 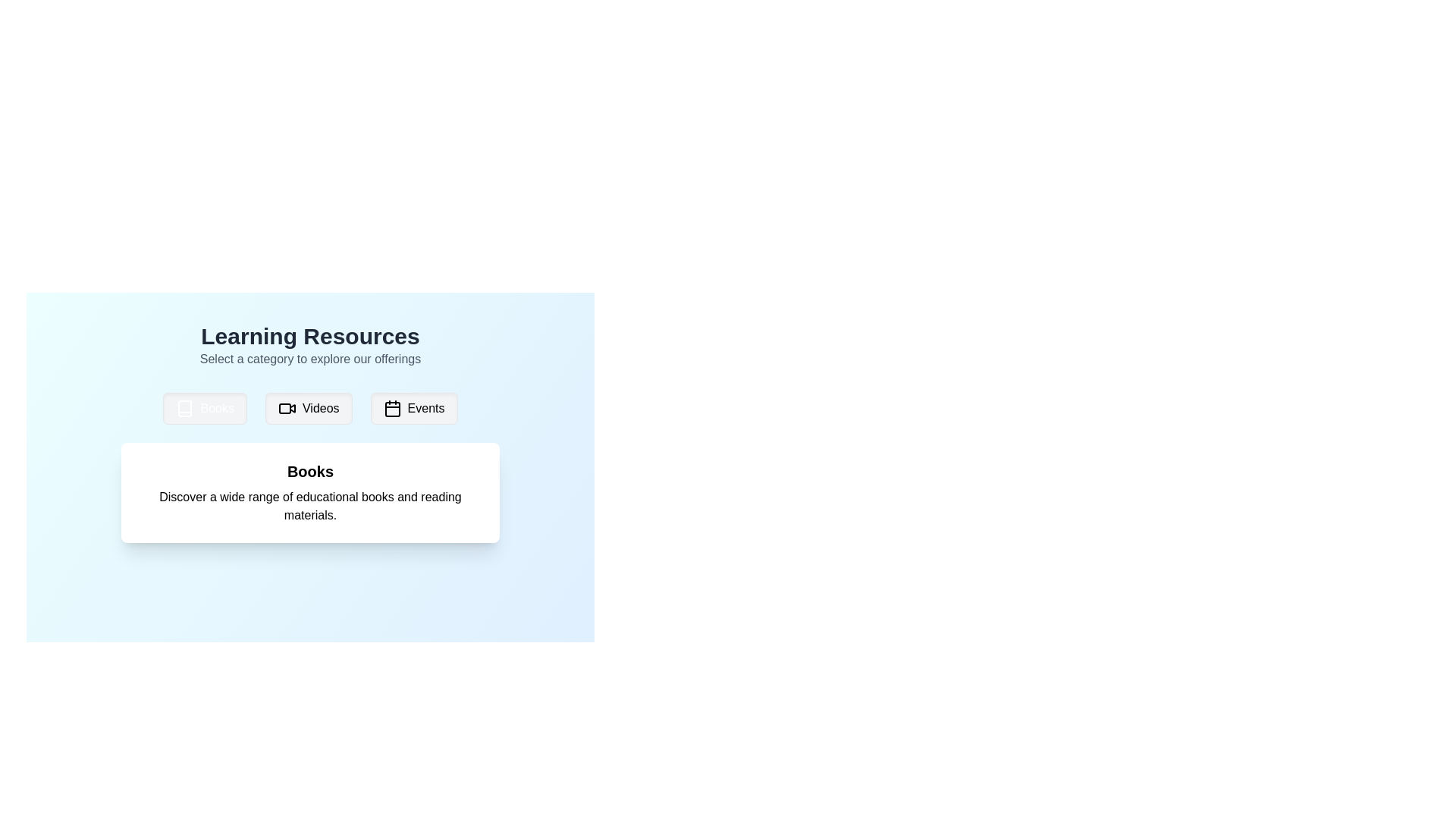 I want to click on the Text card that provides a brief description of the selected category 'Books' located in the middle-lower portion of the 'Learning Resources' area, so click(x=309, y=457).